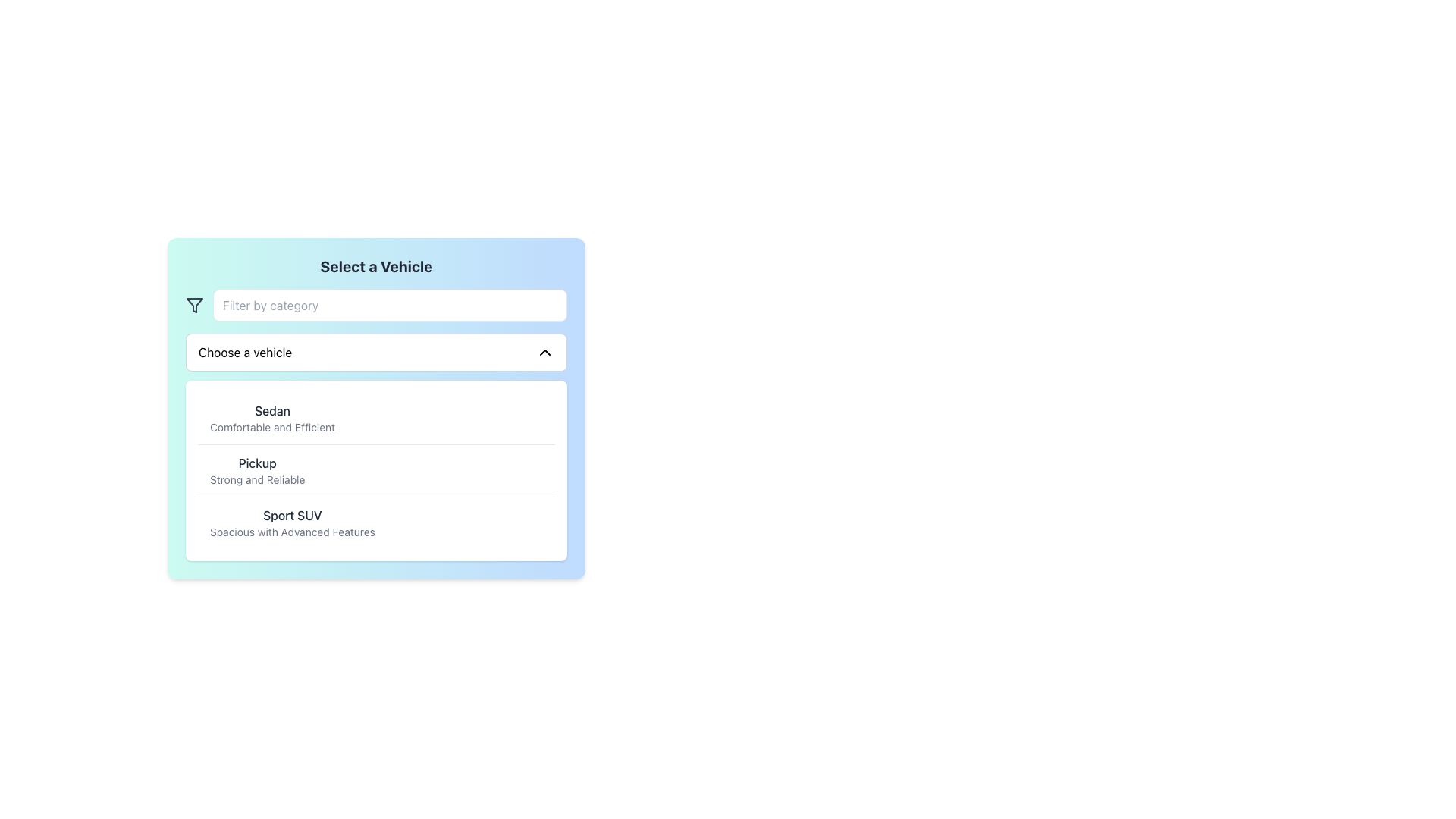  What do you see at coordinates (292, 532) in the screenshot?
I see `the text block reading 'Spacious with Advanced Features', which is styled in a smaller gray font and located under the bold 'Sport SUV' text in the dropdown menu` at bounding box center [292, 532].